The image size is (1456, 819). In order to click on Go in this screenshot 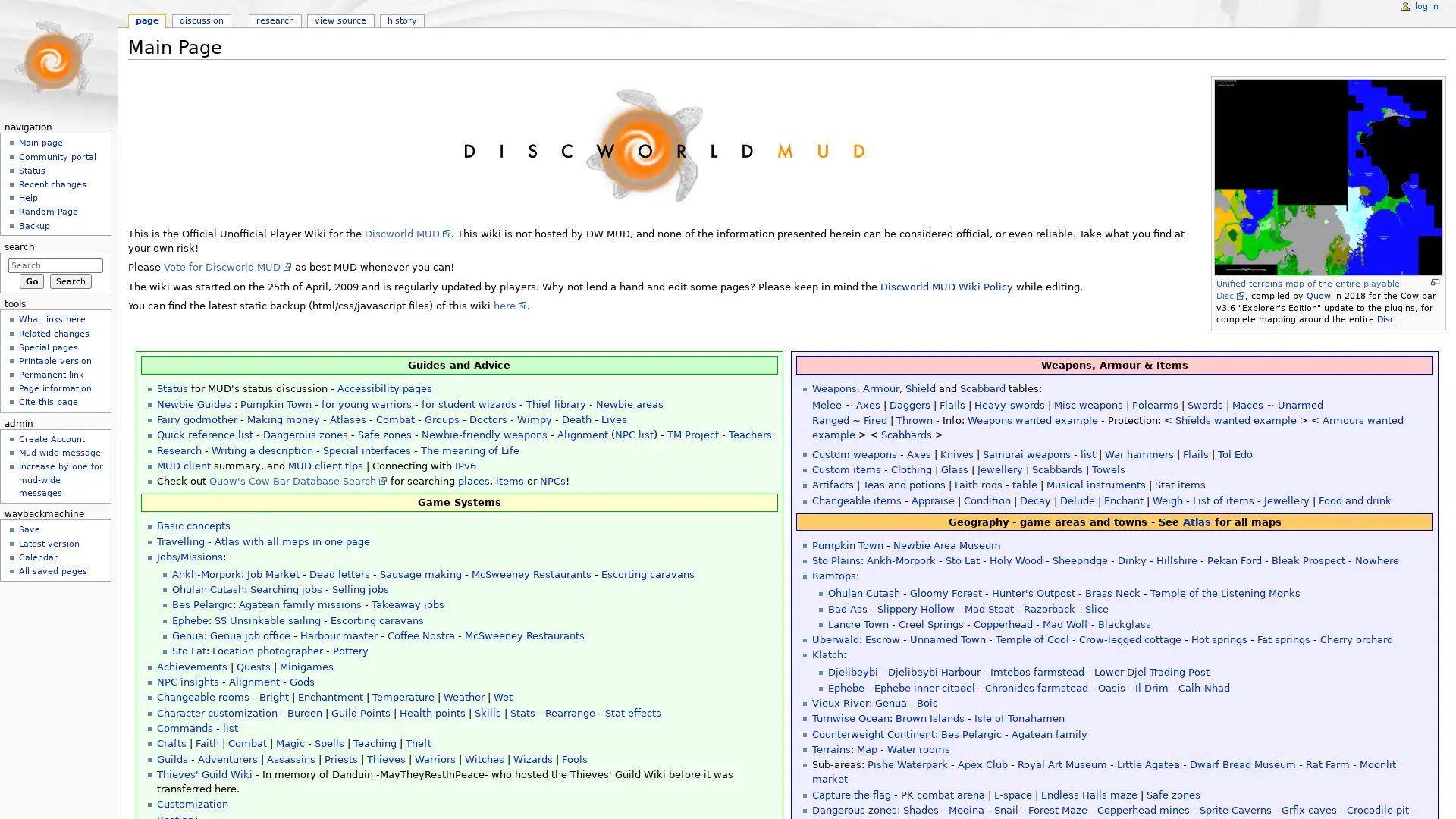, I will do `click(31, 281)`.